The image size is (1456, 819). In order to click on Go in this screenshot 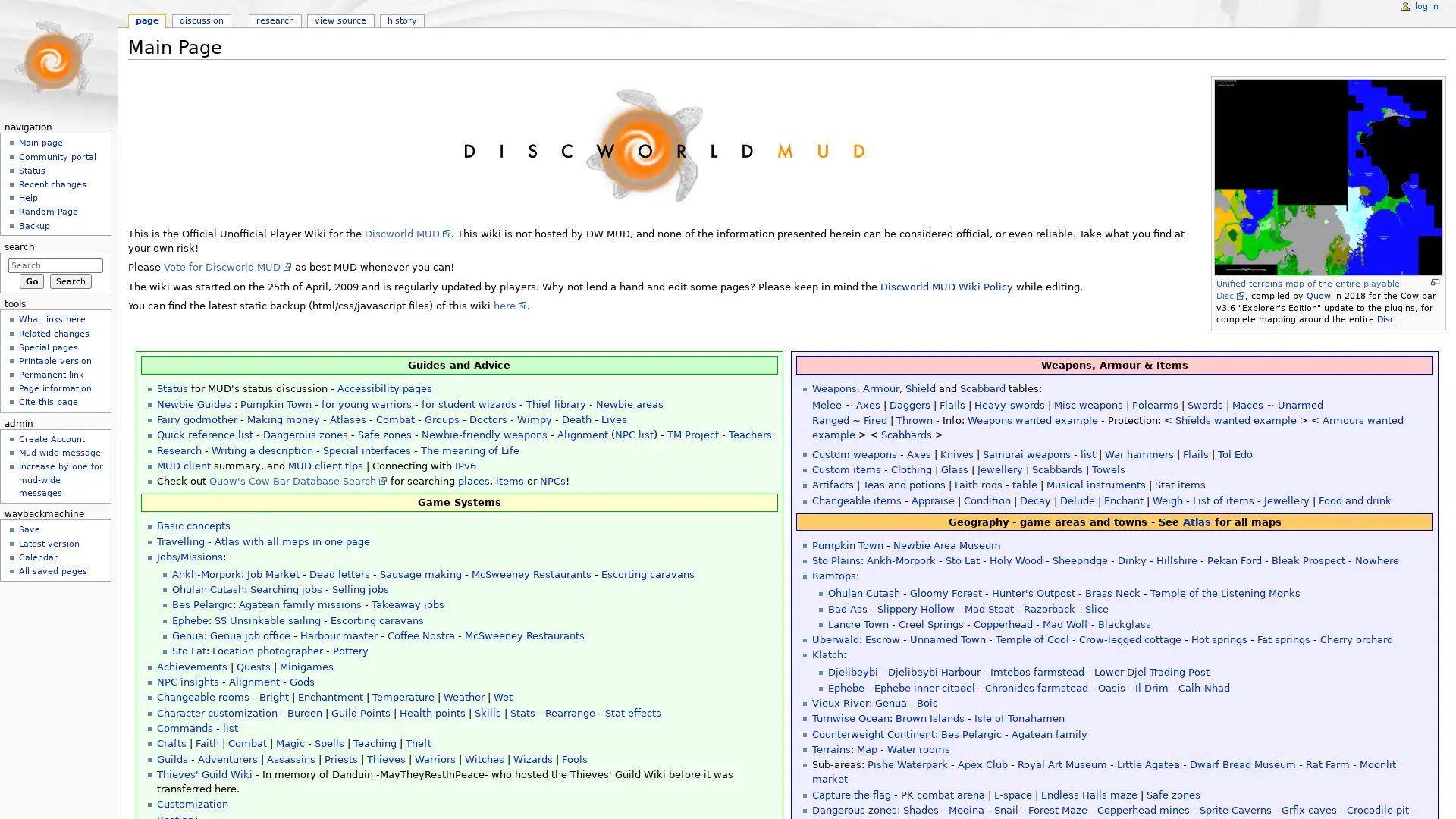, I will do `click(31, 281)`.